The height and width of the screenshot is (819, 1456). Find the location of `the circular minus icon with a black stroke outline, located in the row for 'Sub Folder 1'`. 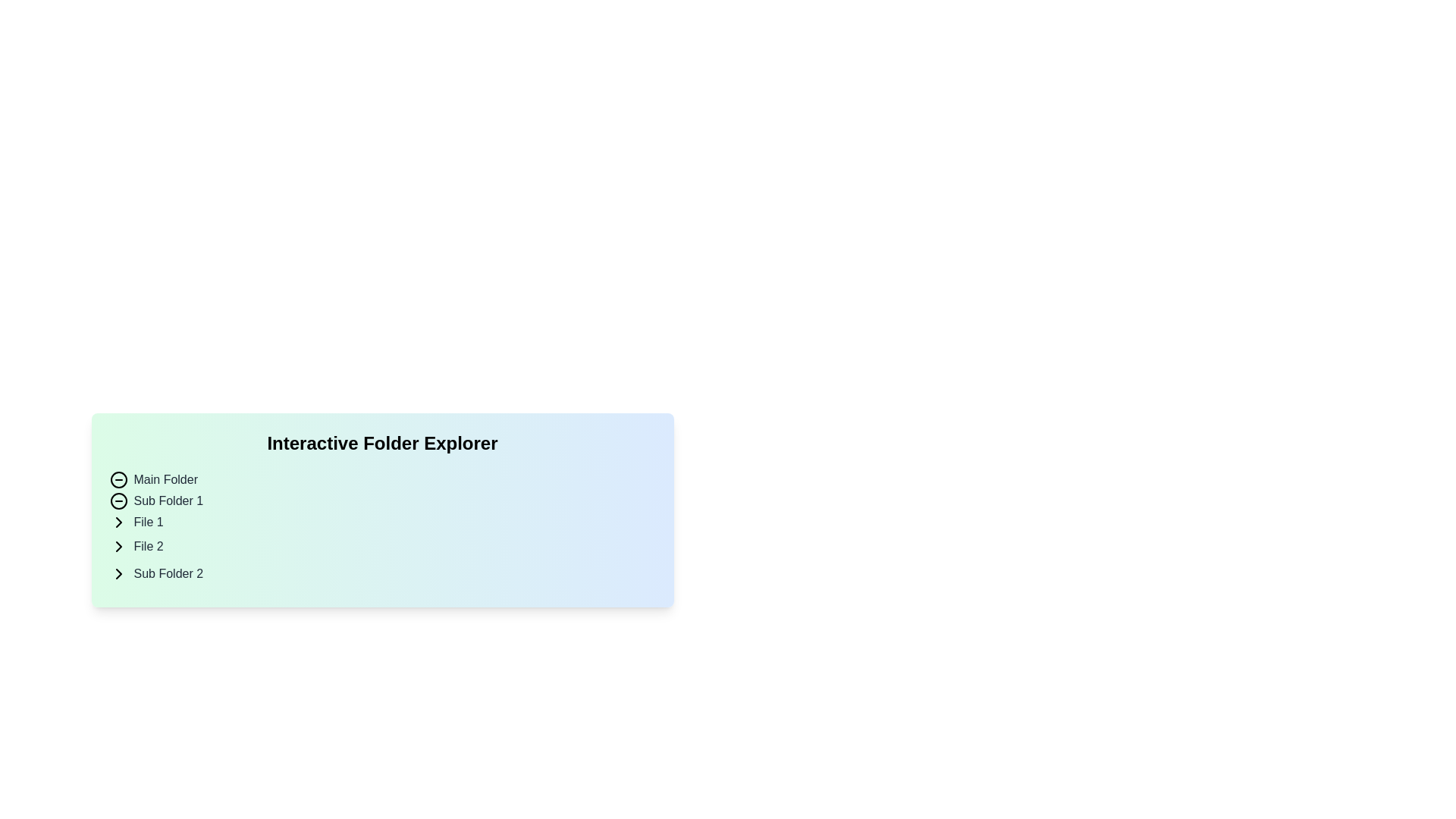

the circular minus icon with a black stroke outline, located in the row for 'Sub Folder 1' is located at coordinates (118, 500).